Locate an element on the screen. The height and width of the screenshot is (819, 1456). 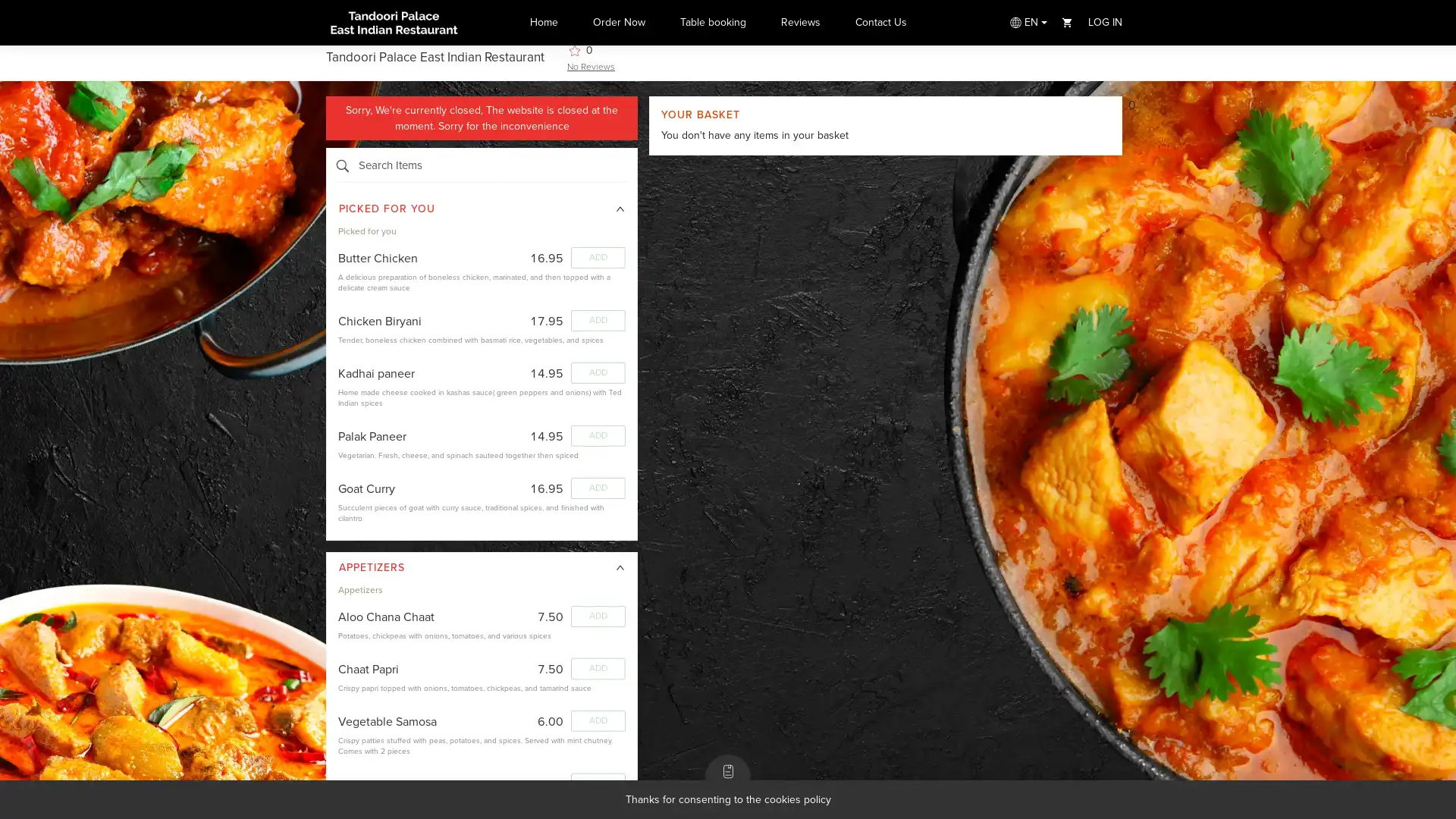
icon: right PICKED FOR YOU is located at coordinates (481, 209).